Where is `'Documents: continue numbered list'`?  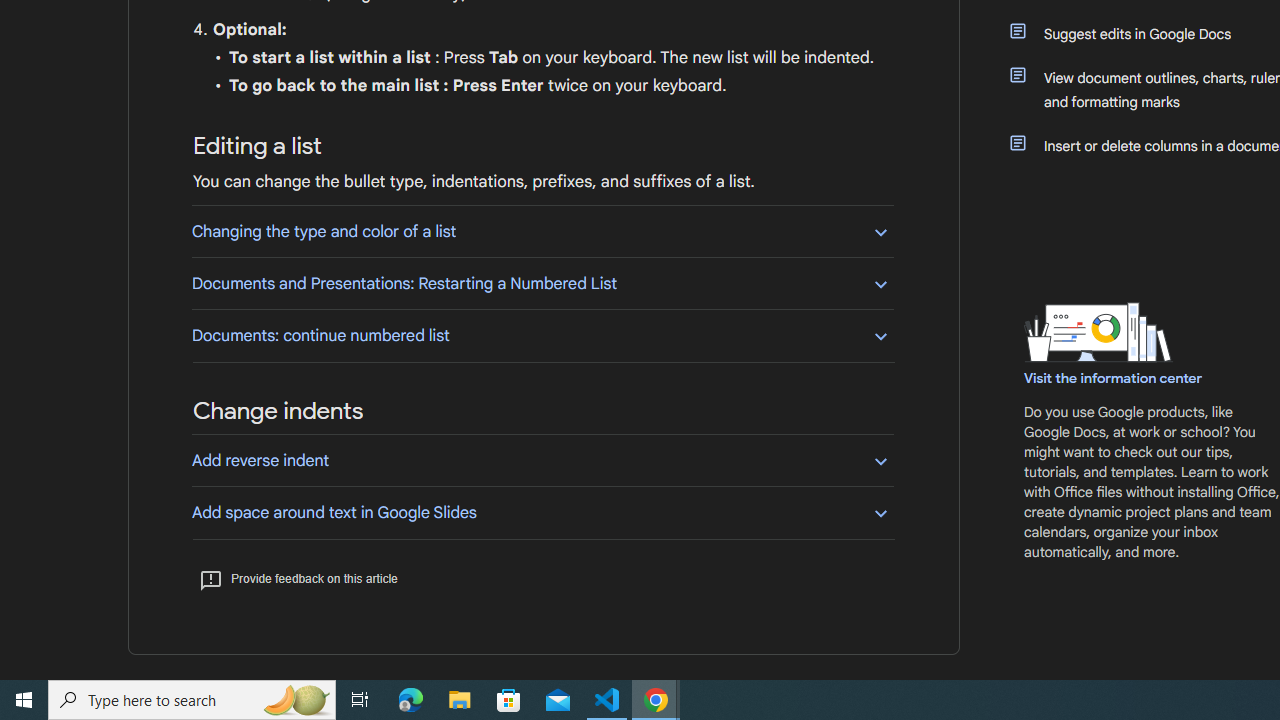
'Documents: continue numbered list' is located at coordinates (542, 334).